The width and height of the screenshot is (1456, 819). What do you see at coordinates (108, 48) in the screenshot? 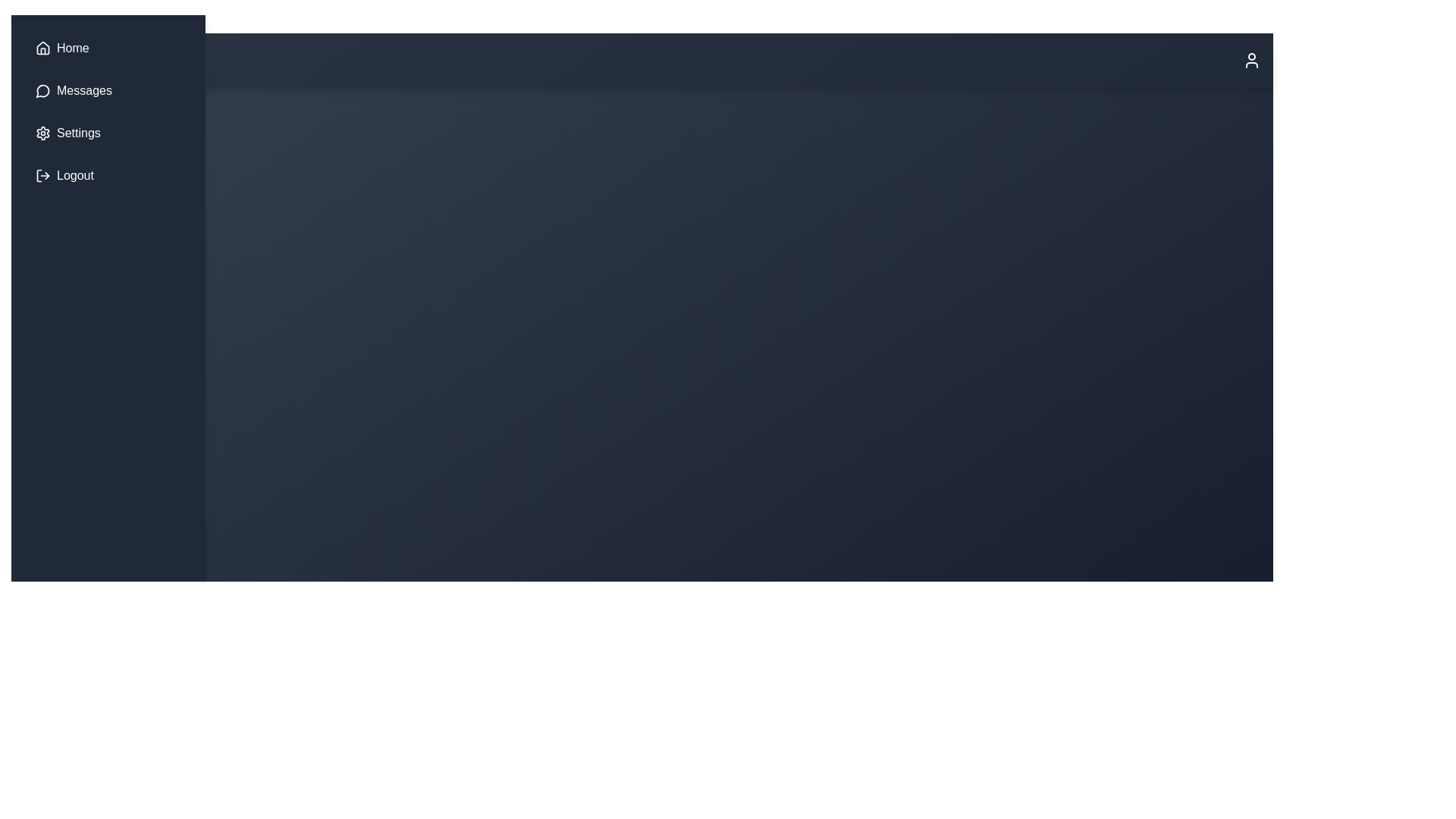
I see `the 'Home' button in the navigation bar` at bounding box center [108, 48].